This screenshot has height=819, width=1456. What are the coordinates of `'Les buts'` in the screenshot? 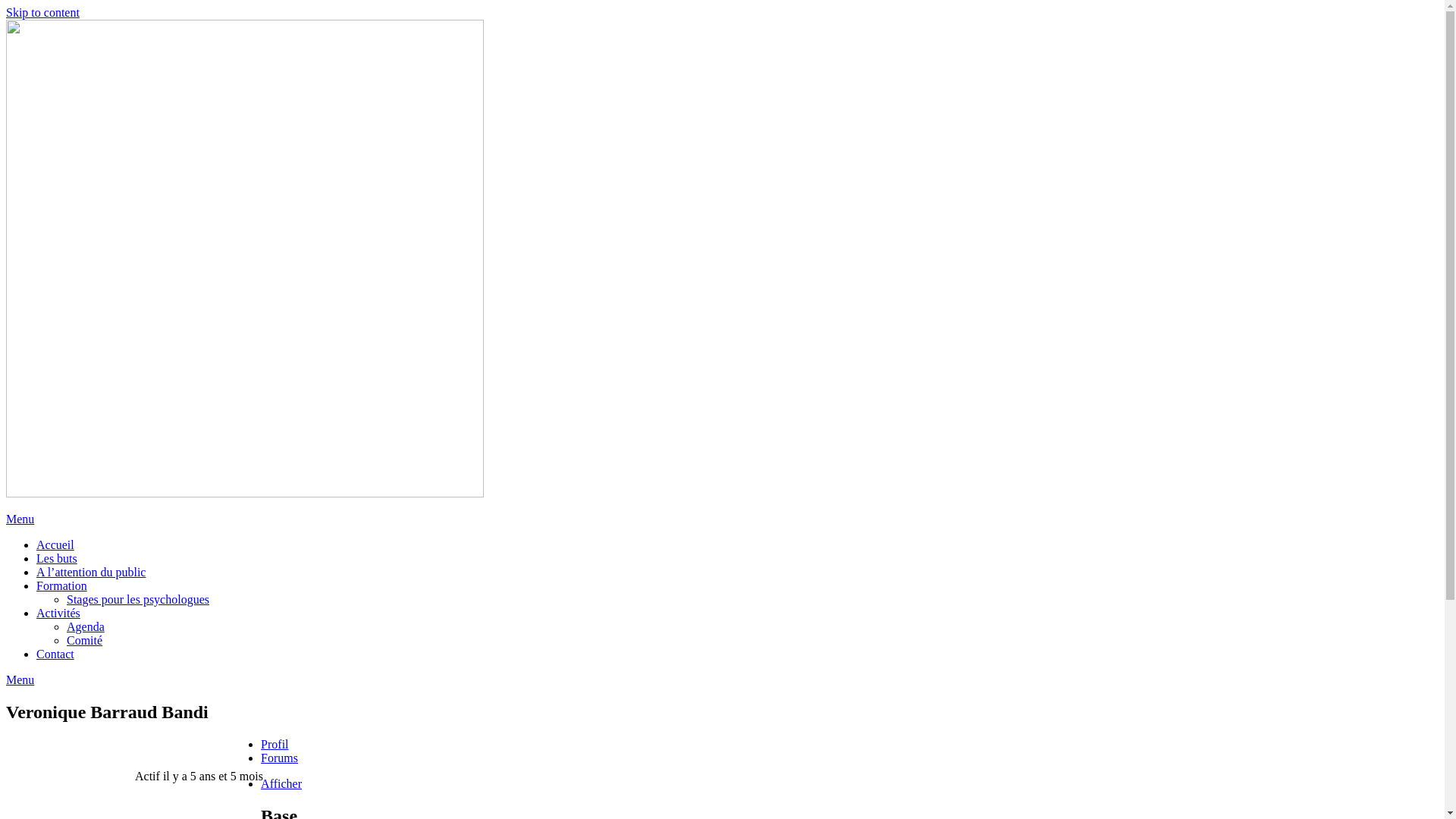 It's located at (57, 558).